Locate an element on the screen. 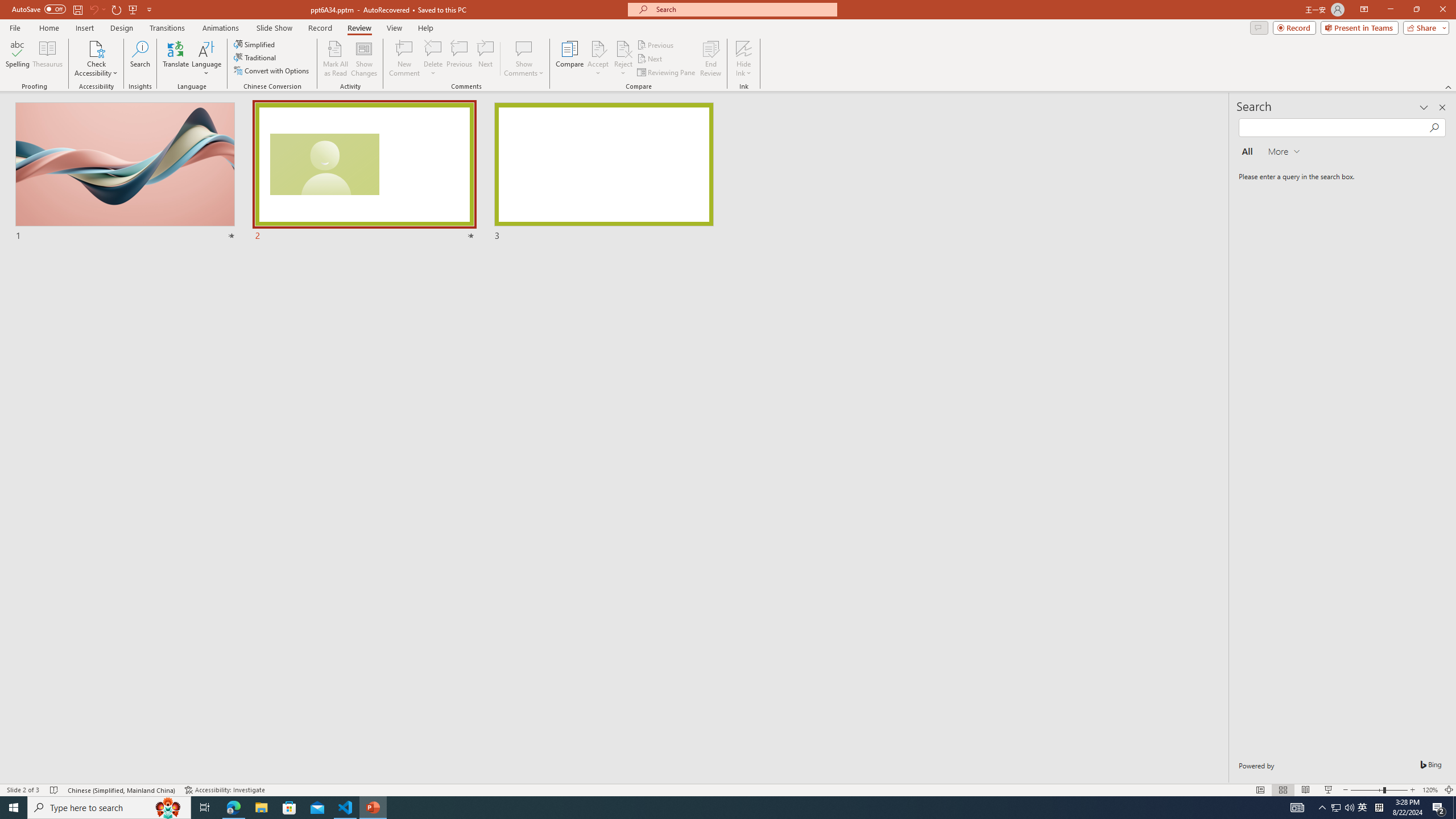 Image resolution: width=1456 pixels, height=819 pixels. 'Reject' is located at coordinates (622, 59).